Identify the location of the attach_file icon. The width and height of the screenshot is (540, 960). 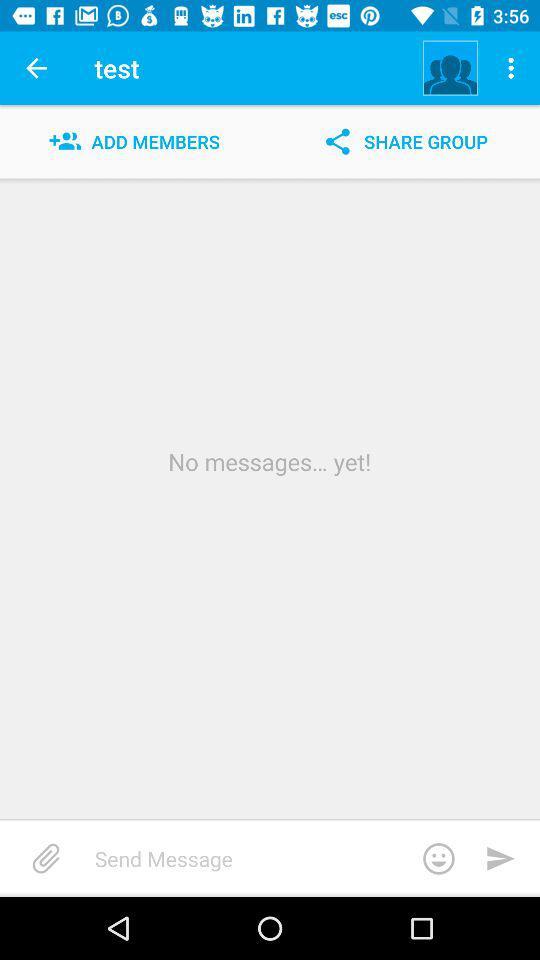
(46, 857).